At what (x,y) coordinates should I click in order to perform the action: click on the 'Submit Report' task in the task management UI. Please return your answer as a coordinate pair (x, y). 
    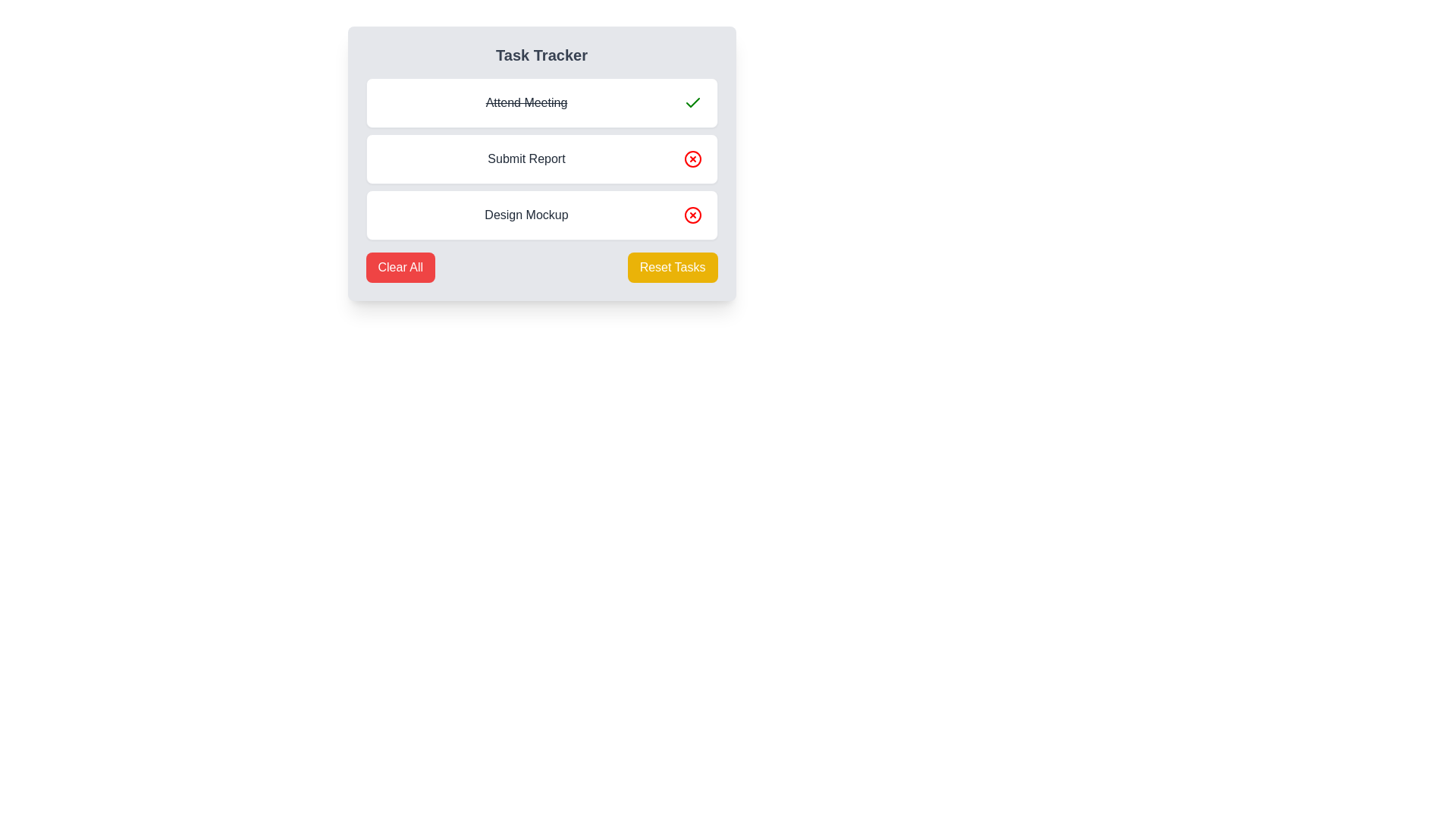
    Looking at the image, I should click on (541, 158).